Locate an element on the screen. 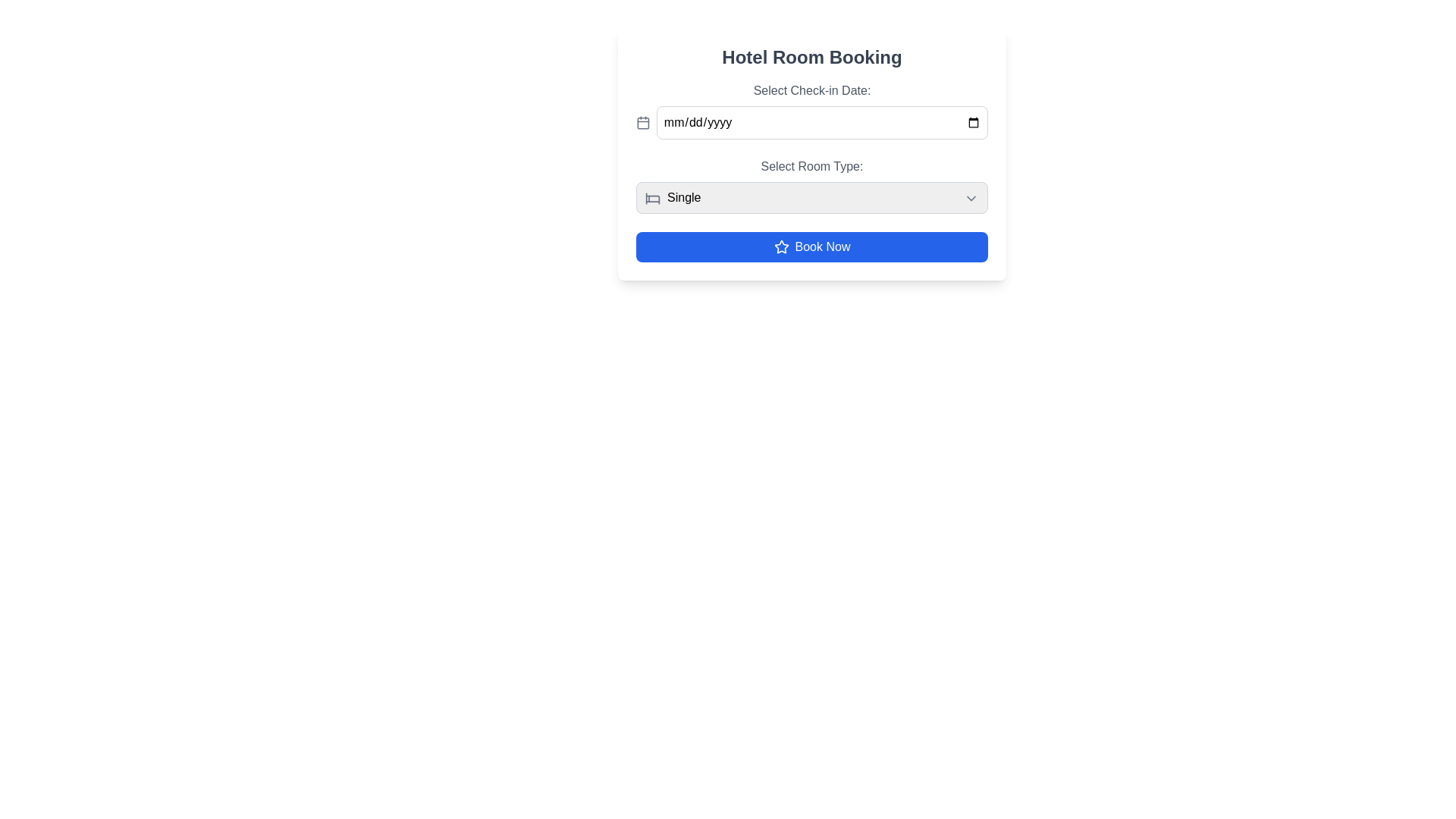 This screenshot has width=1456, height=819. text label indicating the type of room for booking, located above the 'Single' dropdown in the 'Hotel Room Booking' form is located at coordinates (811, 166).